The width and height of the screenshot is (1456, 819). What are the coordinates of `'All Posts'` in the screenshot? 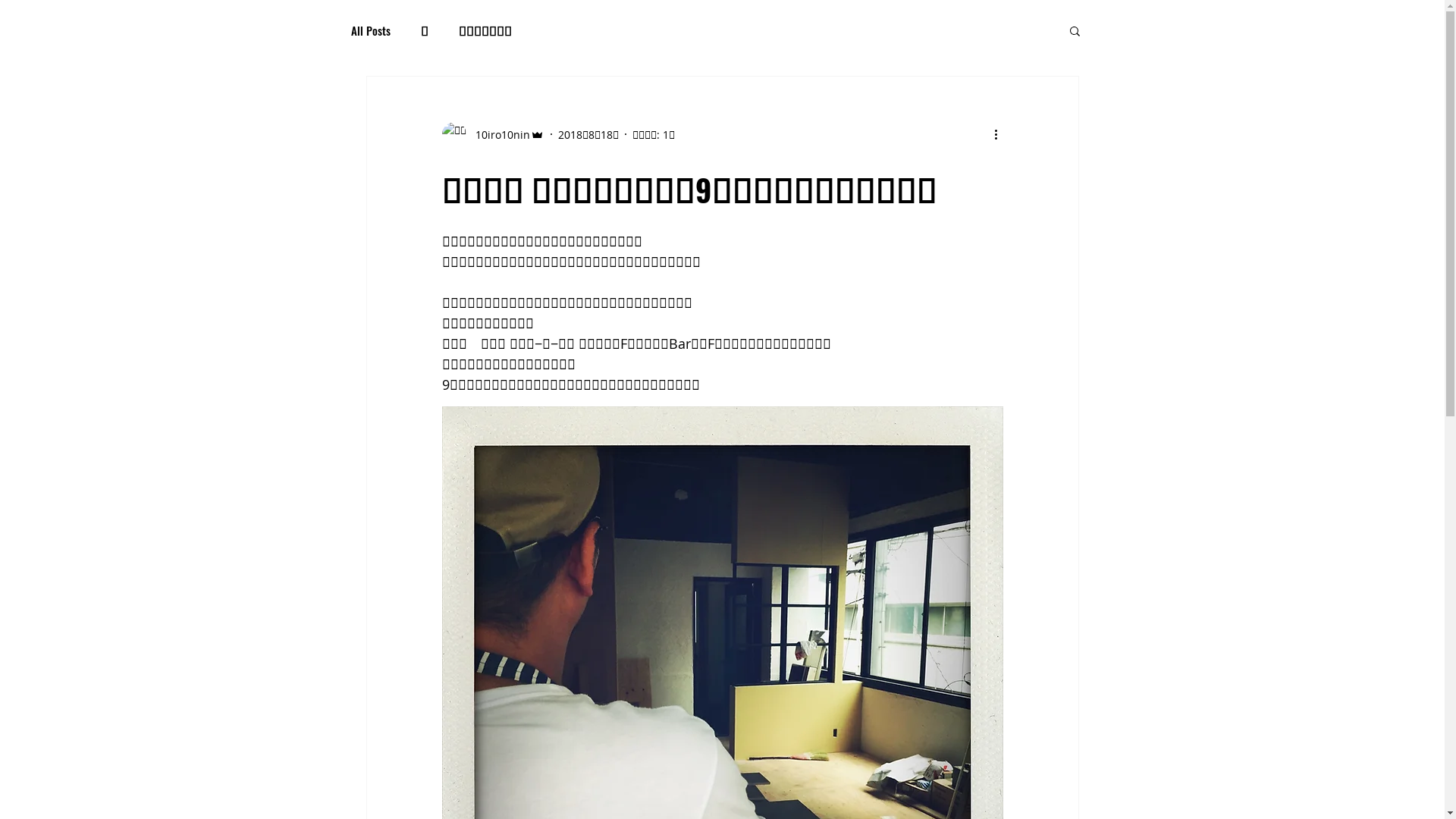 It's located at (370, 30).